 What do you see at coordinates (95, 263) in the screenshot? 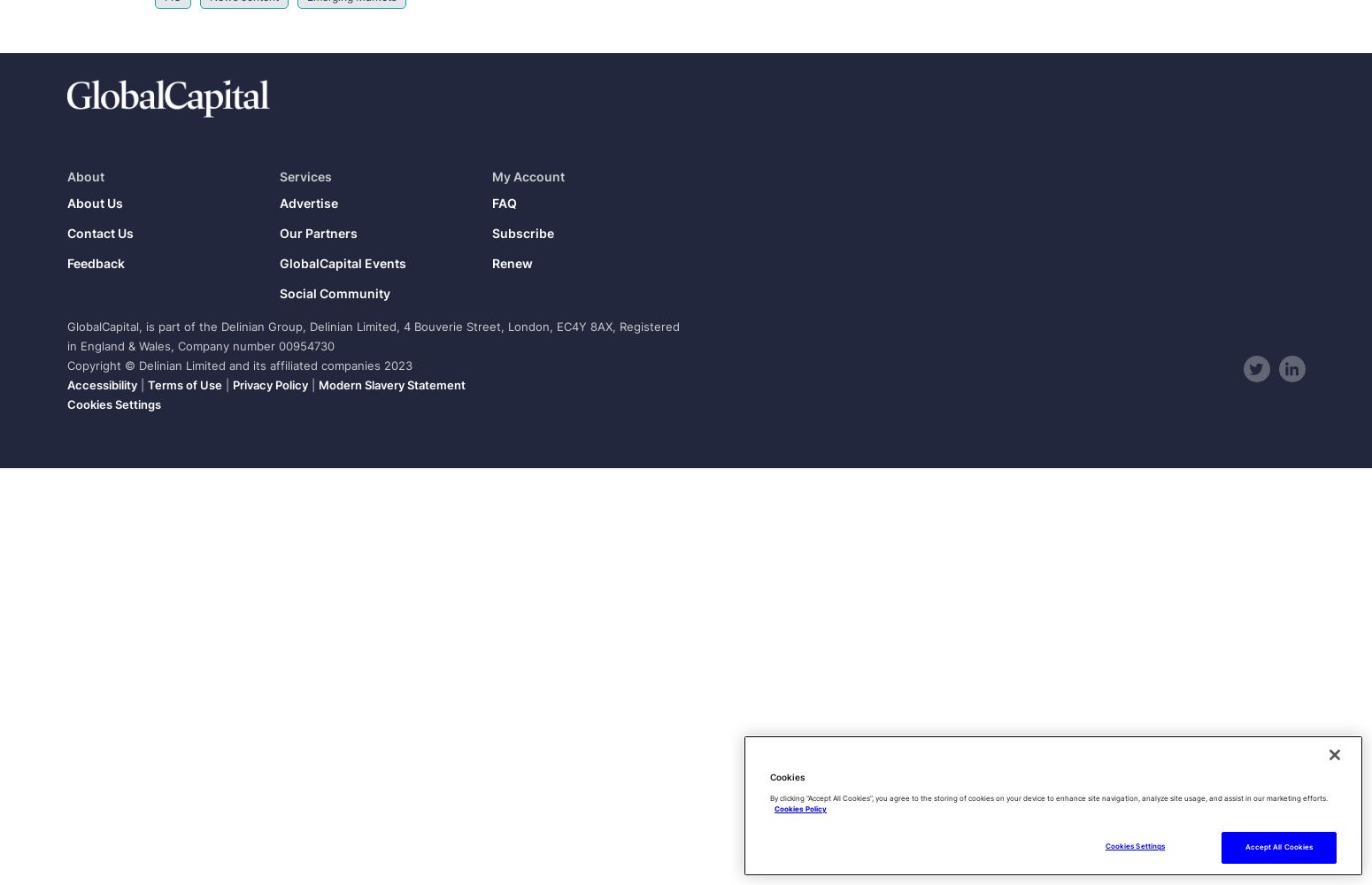
I see `'Feedback'` at bounding box center [95, 263].